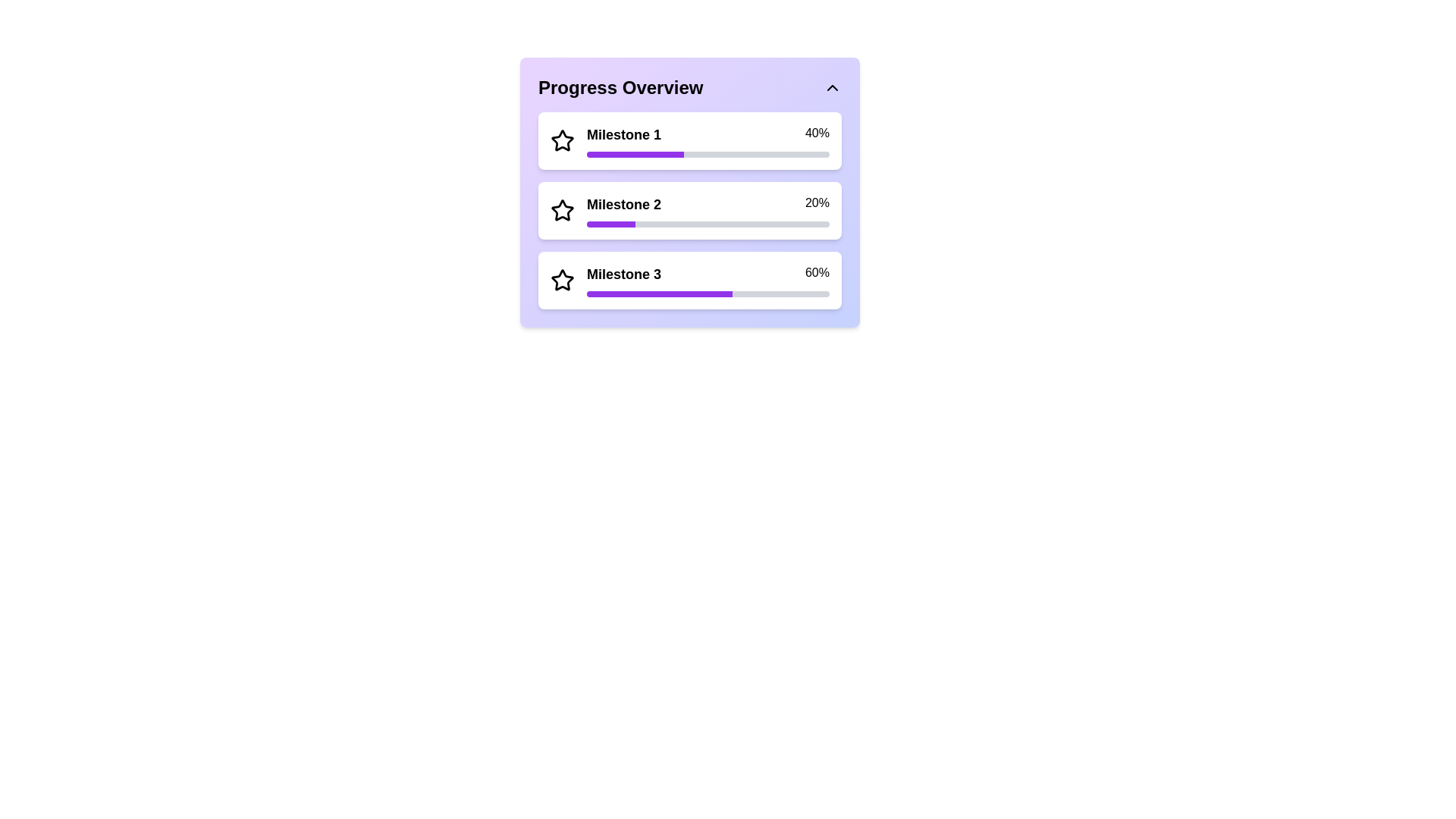 The image size is (1456, 819). What do you see at coordinates (635, 155) in the screenshot?
I see `the Progress bar fill segment that visually represents the completion status for 'Milestone 1'` at bounding box center [635, 155].